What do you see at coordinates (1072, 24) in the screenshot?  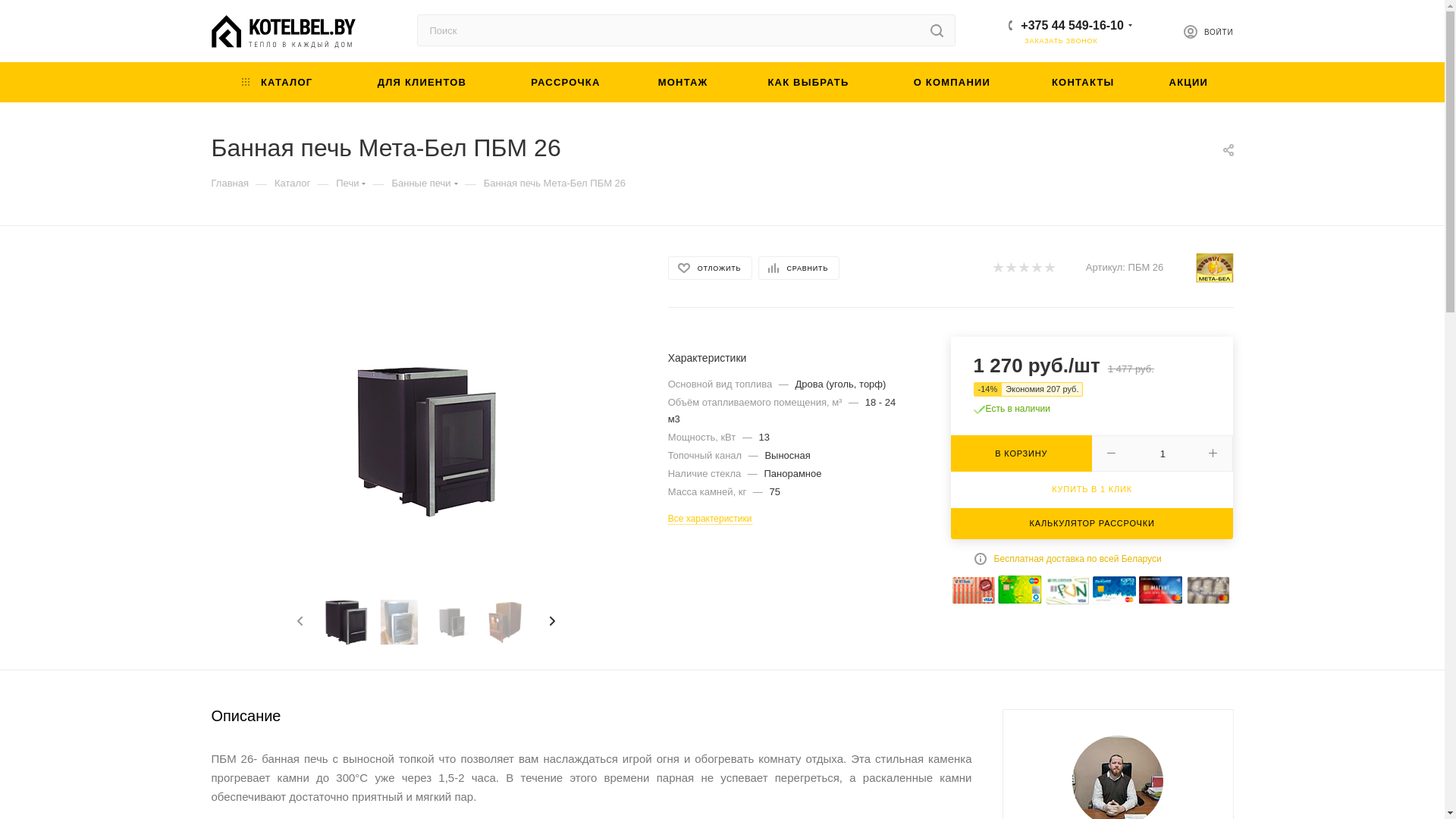 I see `'+375 44 549-16-10'` at bounding box center [1072, 24].